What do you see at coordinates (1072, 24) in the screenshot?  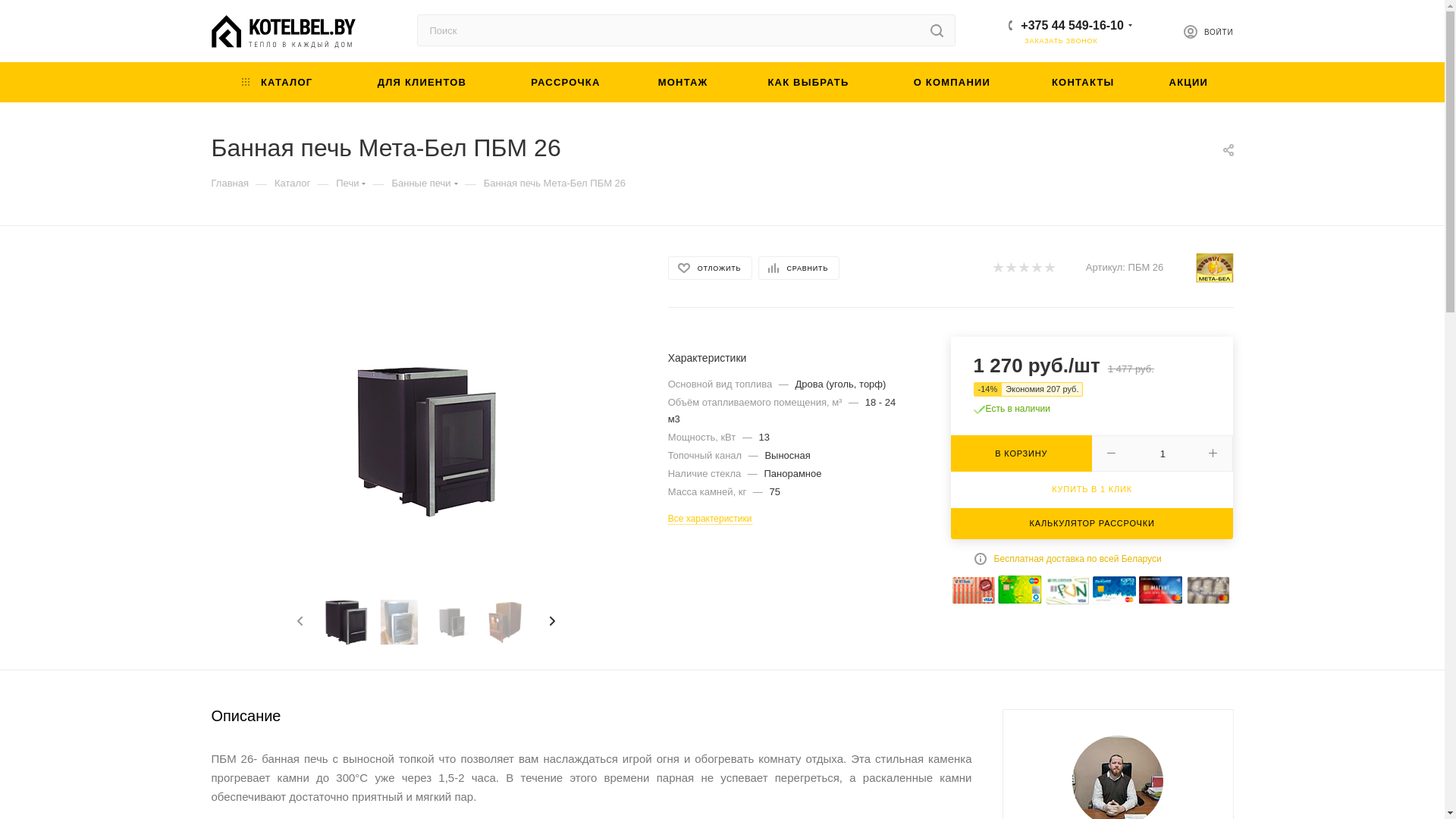 I see `'+375 44 549-16-10'` at bounding box center [1072, 24].